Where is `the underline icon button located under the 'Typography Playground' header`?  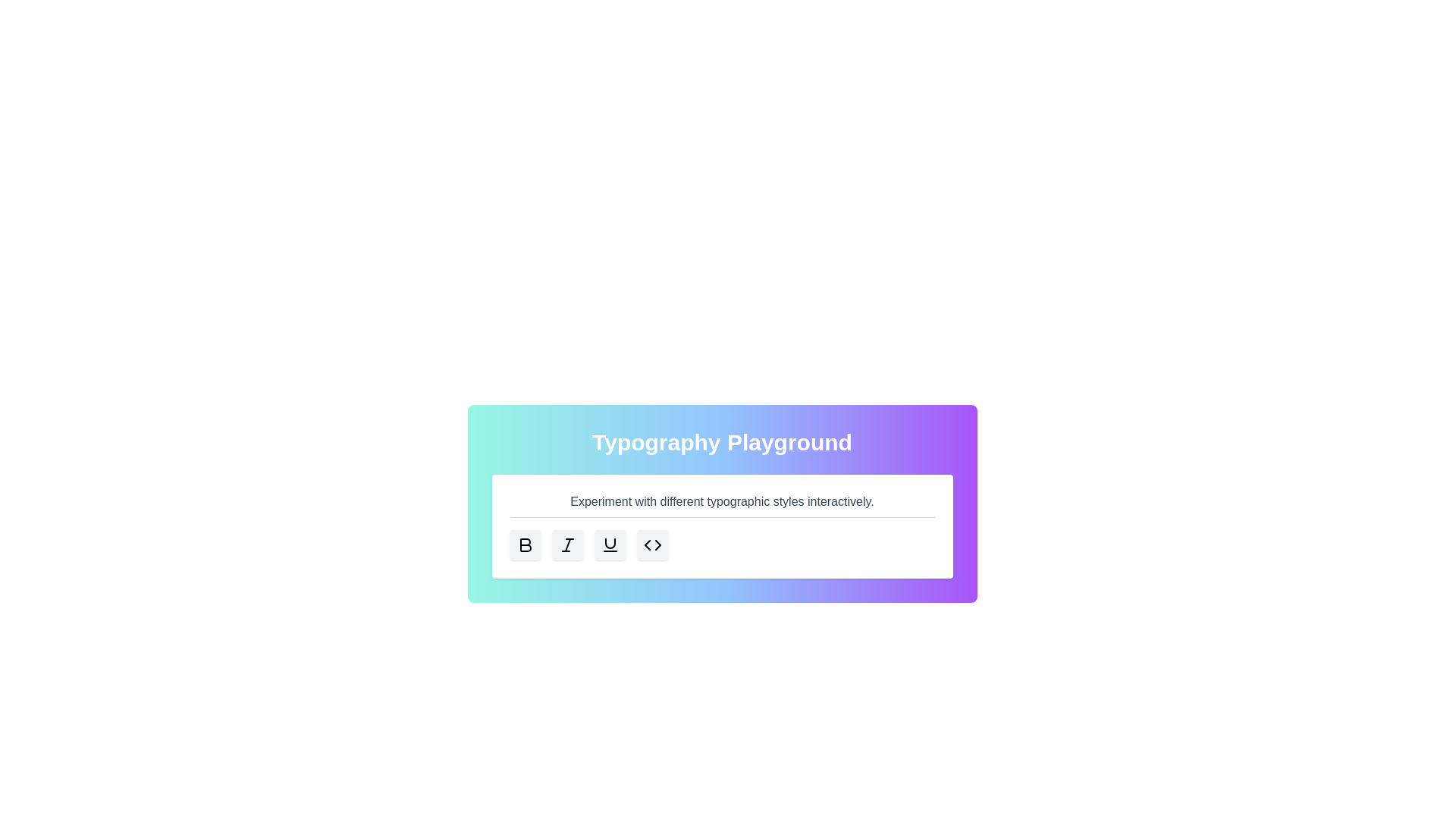 the underline icon button located under the 'Typography Playground' header is located at coordinates (610, 544).